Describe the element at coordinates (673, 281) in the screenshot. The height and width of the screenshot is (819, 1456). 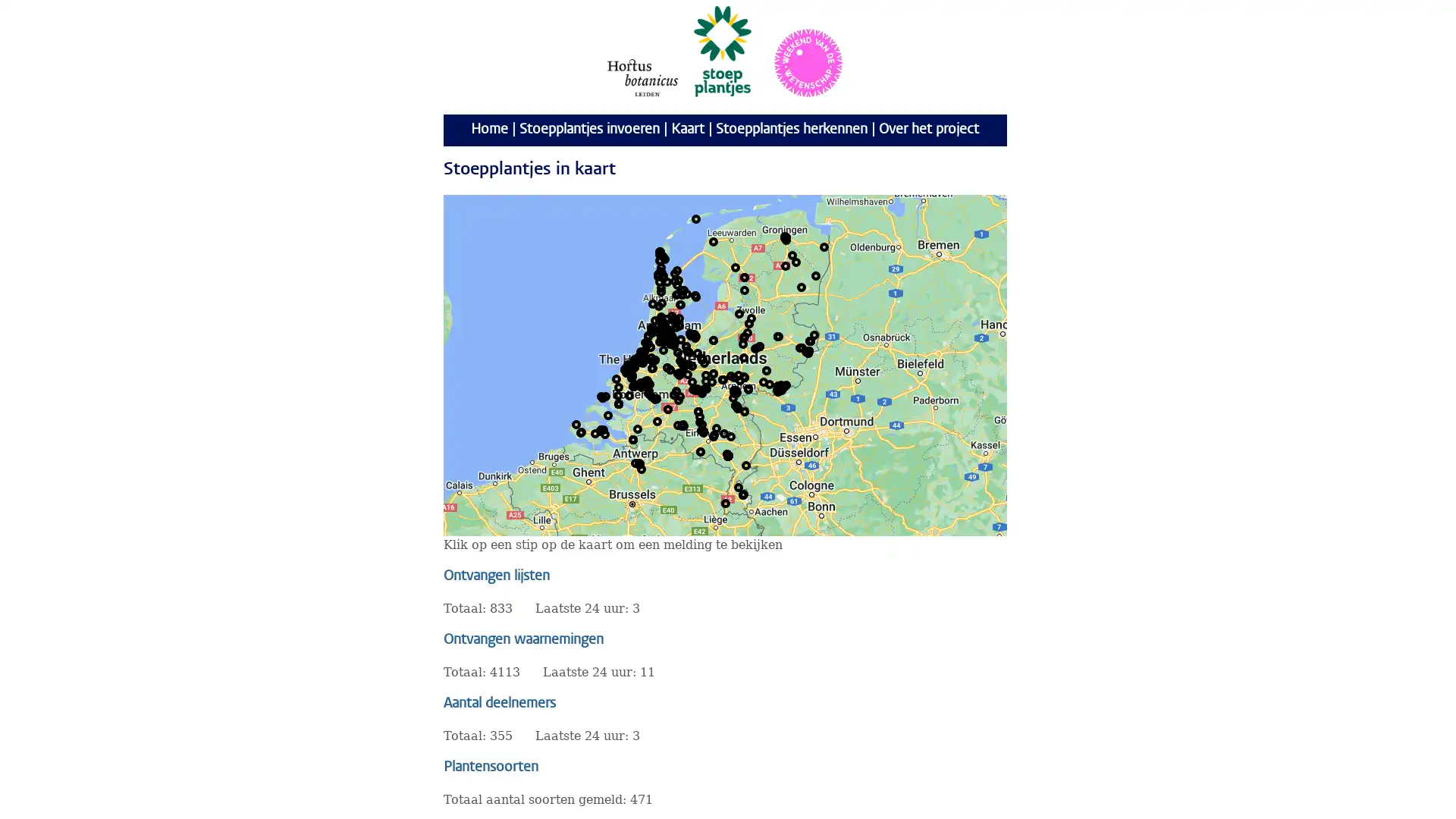
I see `Telling van op 12 oktober 2021` at that location.